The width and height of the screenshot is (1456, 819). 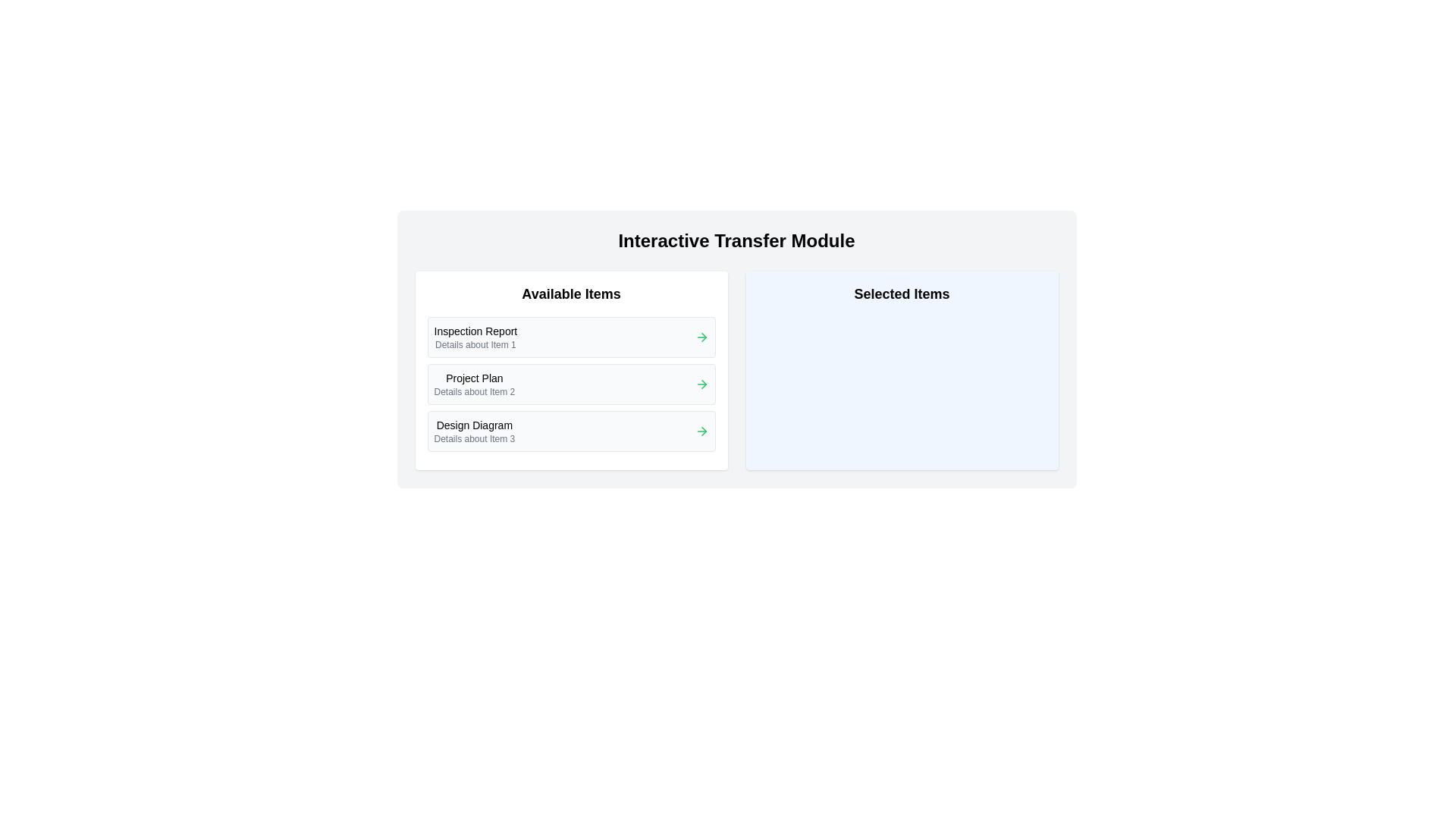 What do you see at coordinates (701, 431) in the screenshot?
I see `the clickable icon (action button) located on the right side of the 'Design Diagram' entry in the 'Available Items' panel to initiate an action` at bounding box center [701, 431].